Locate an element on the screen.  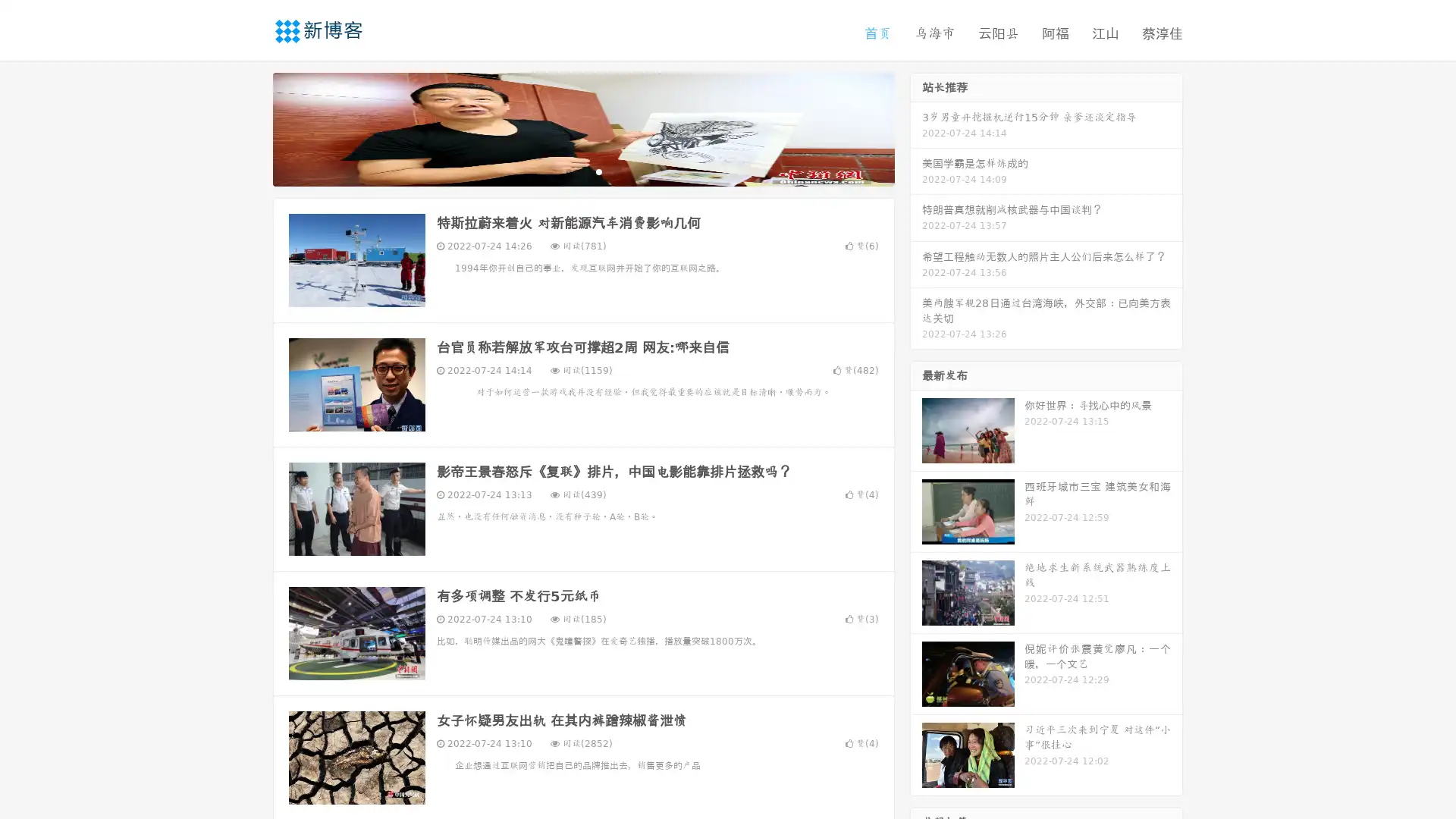
Previous slide is located at coordinates (250, 127).